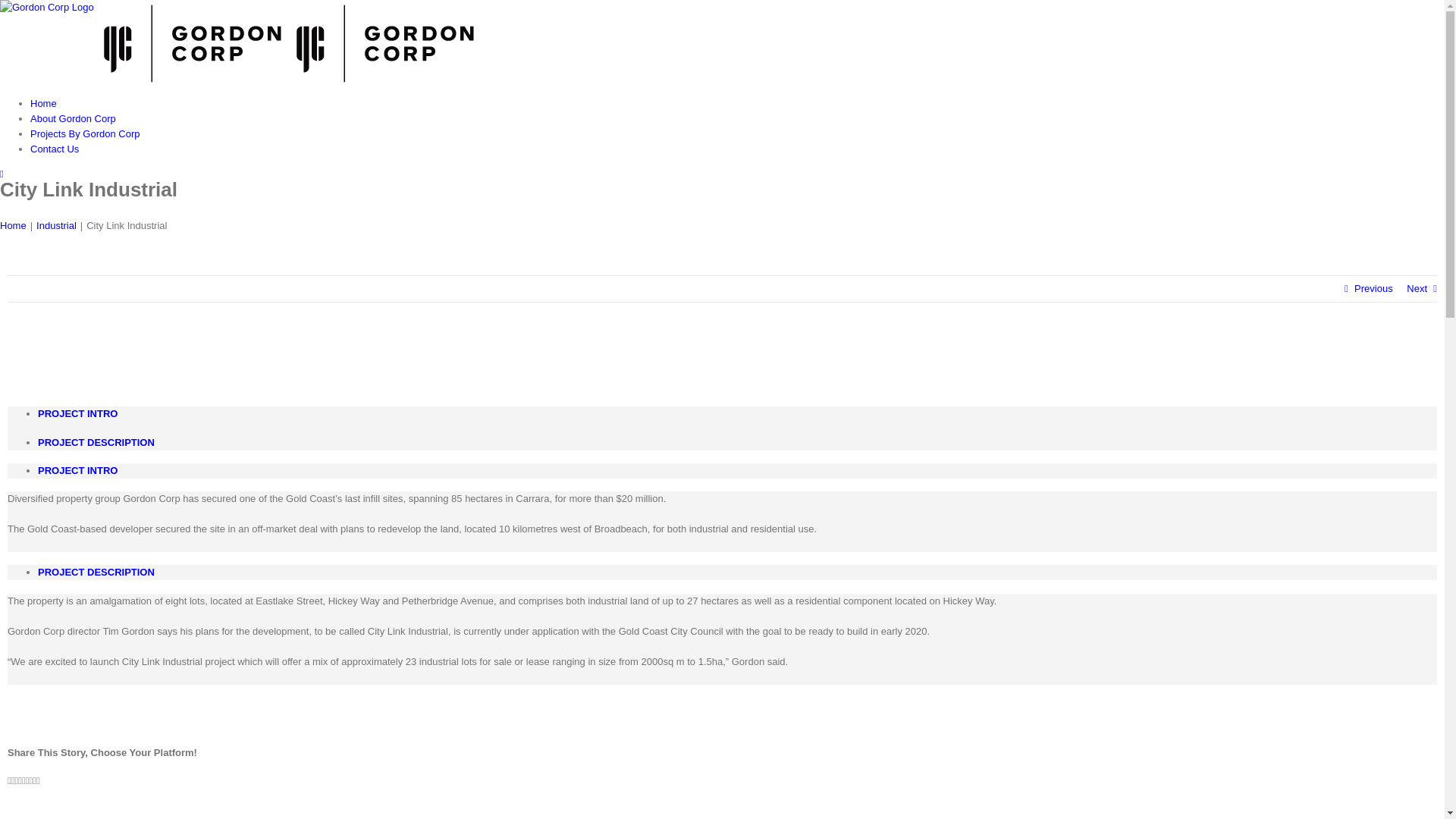 The height and width of the screenshot is (819, 1456). Describe the element at coordinates (17, 780) in the screenshot. I see `'LinkedIn'` at that location.